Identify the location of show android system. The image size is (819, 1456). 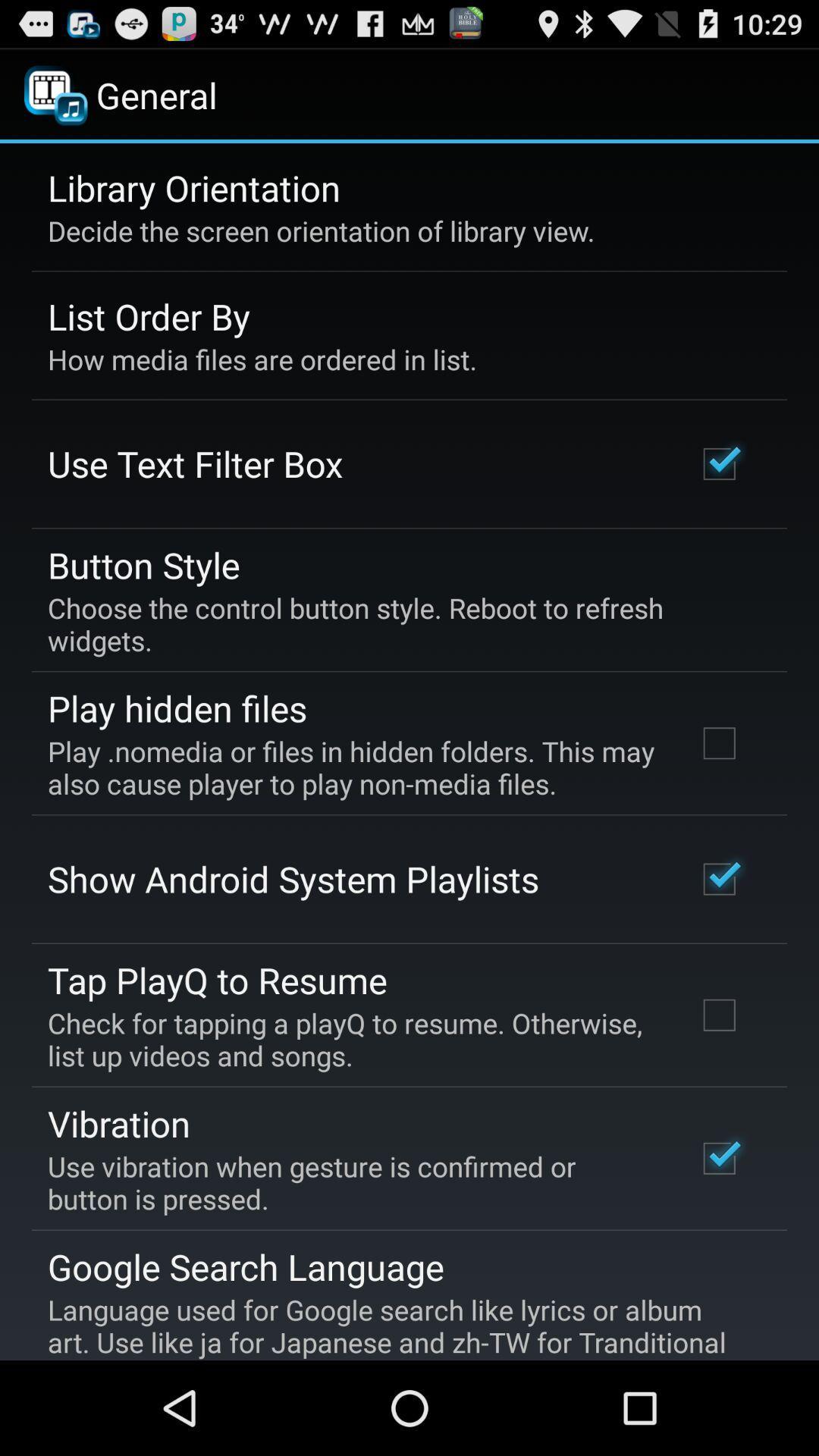
(293, 879).